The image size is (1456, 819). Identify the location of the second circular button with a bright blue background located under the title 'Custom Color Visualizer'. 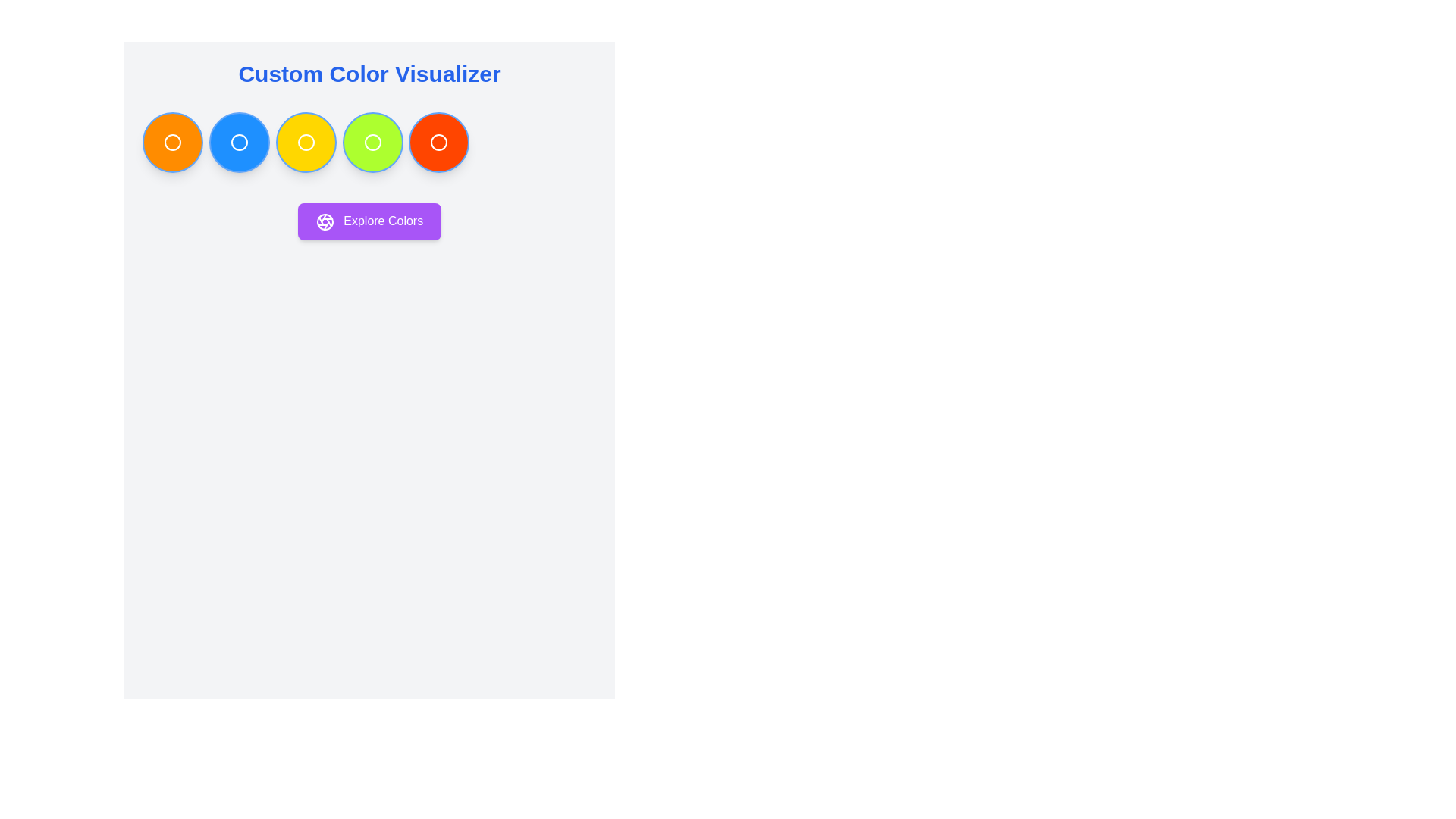
(238, 143).